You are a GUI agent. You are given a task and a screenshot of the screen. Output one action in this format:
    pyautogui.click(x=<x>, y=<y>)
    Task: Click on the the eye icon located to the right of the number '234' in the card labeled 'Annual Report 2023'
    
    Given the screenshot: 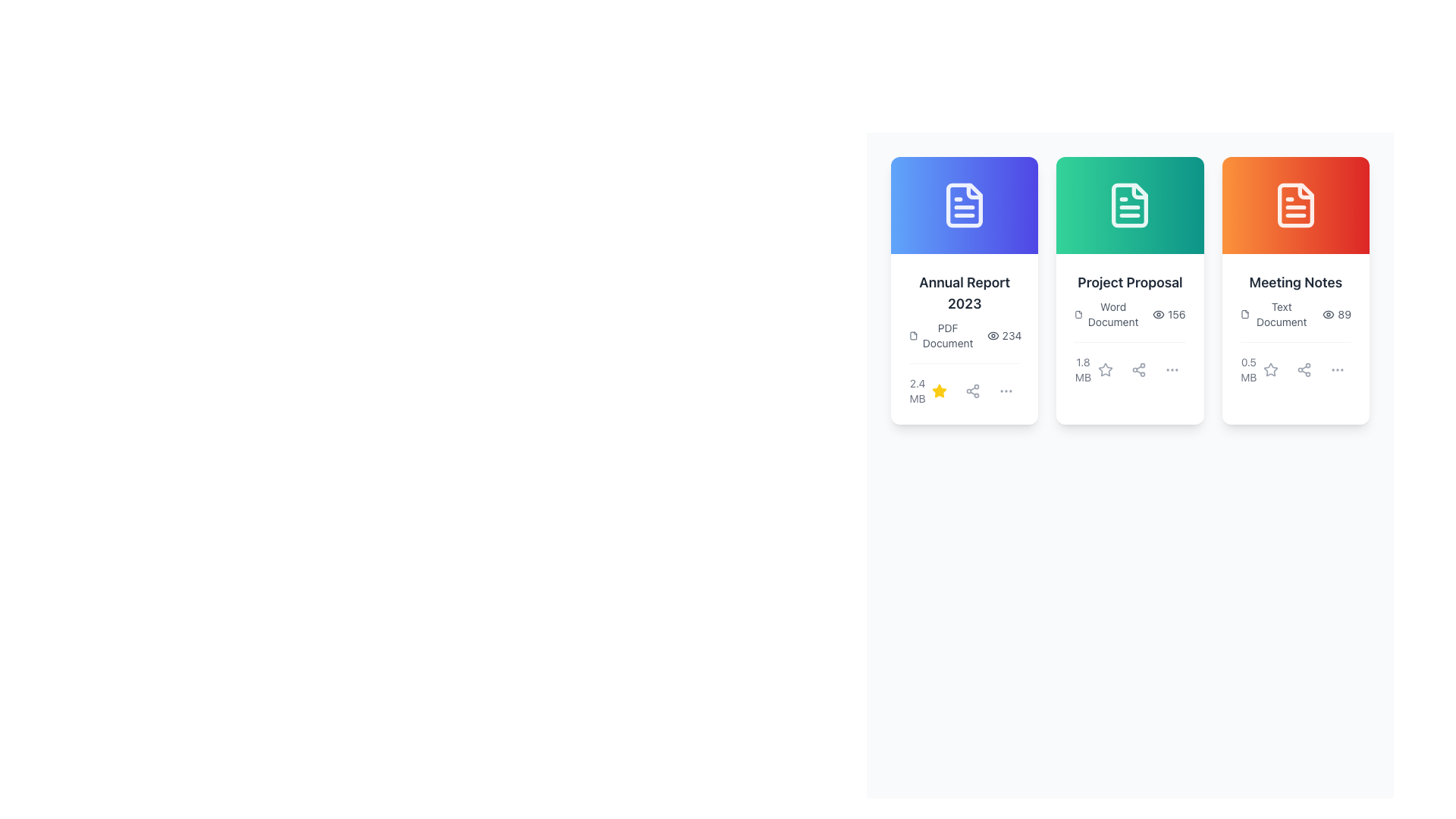 What is the action you would take?
    pyautogui.click(x=993, y=335)
    